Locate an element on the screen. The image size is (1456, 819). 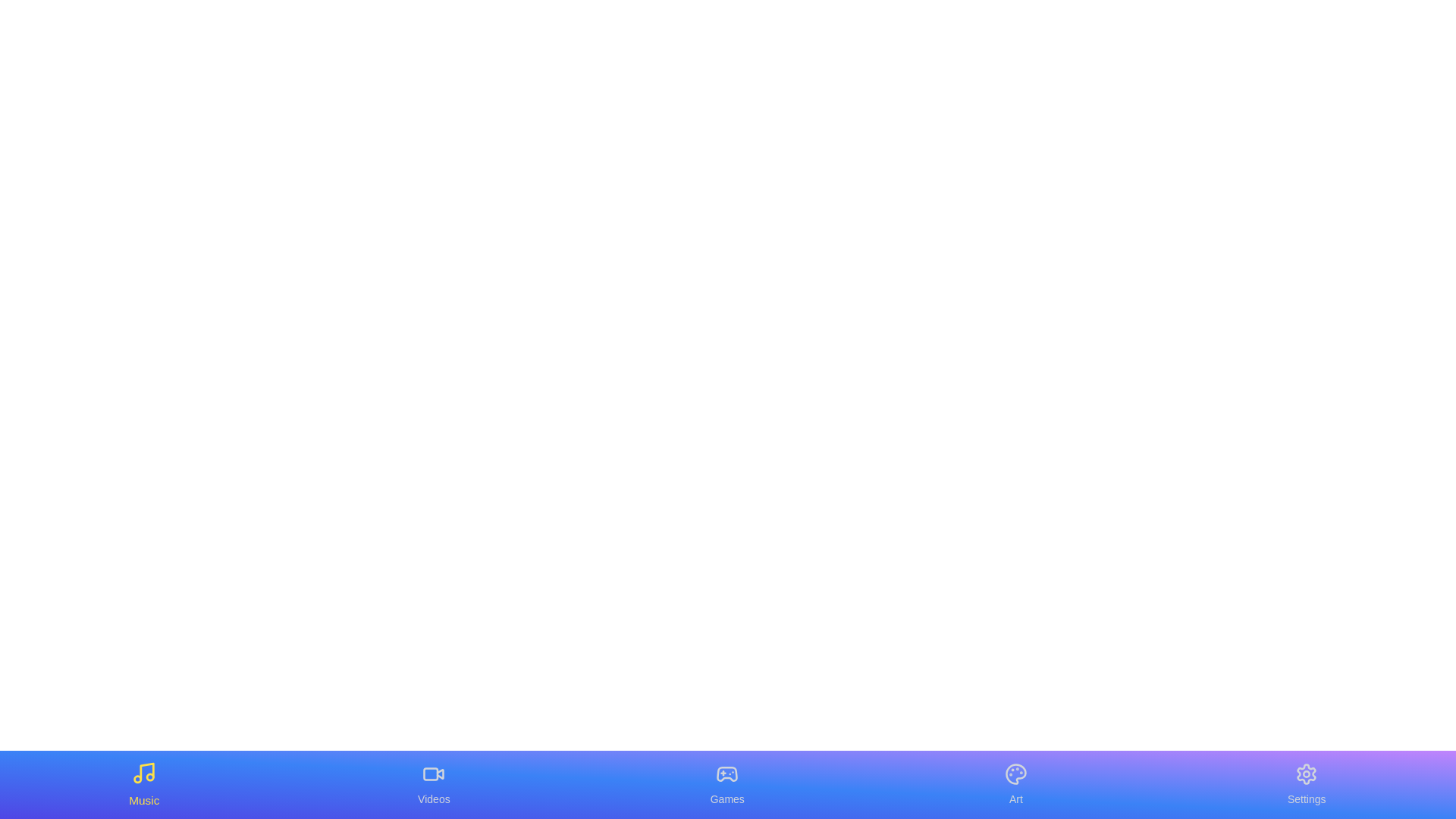
the Settings tab by clicking on its icon is located at coordinates (1306, 784).